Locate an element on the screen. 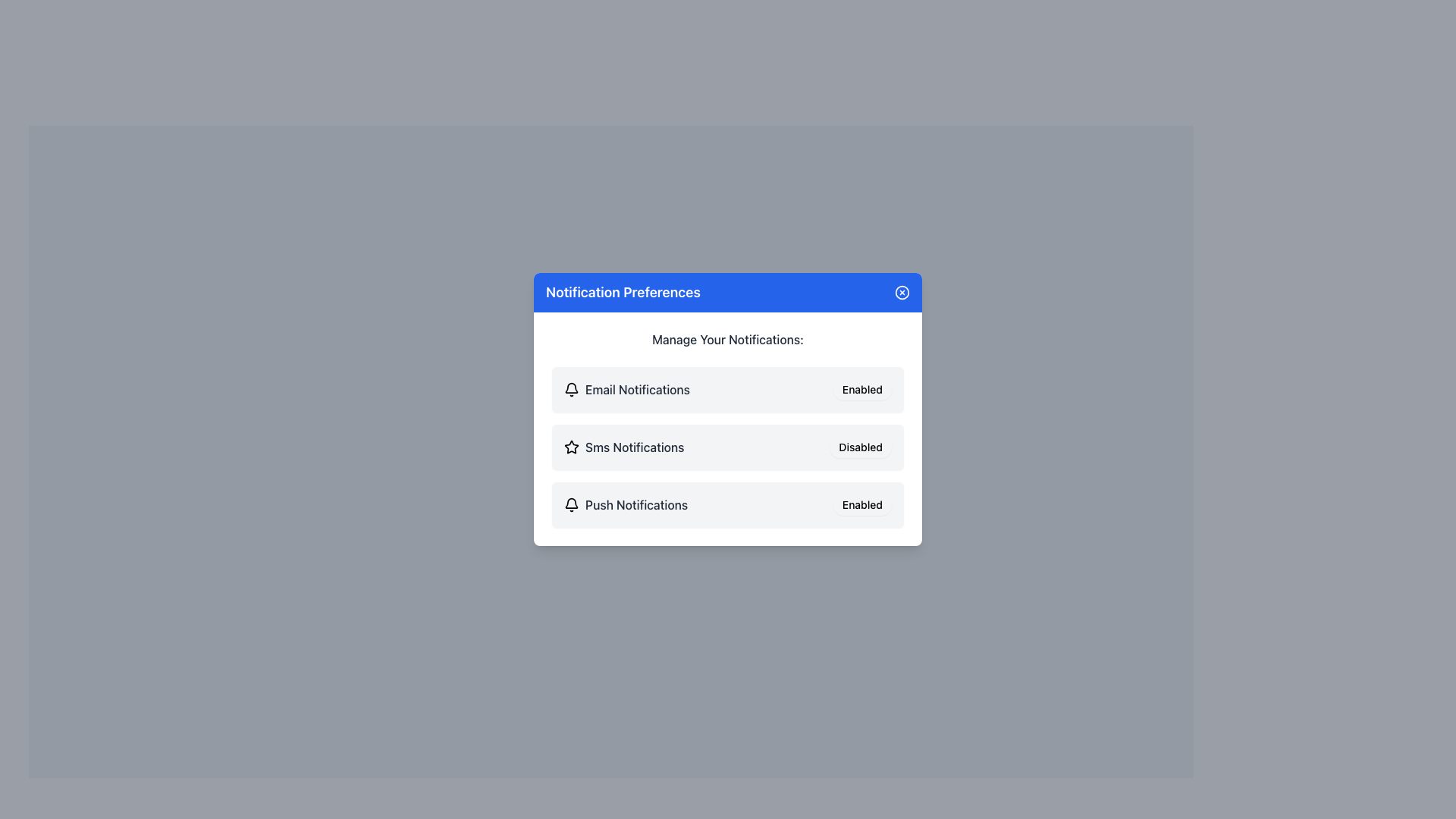 The width and height of the screenshot is (1456, 819). the small circle icon representing a delete or cancel action located is located at coordinates (902, 292).